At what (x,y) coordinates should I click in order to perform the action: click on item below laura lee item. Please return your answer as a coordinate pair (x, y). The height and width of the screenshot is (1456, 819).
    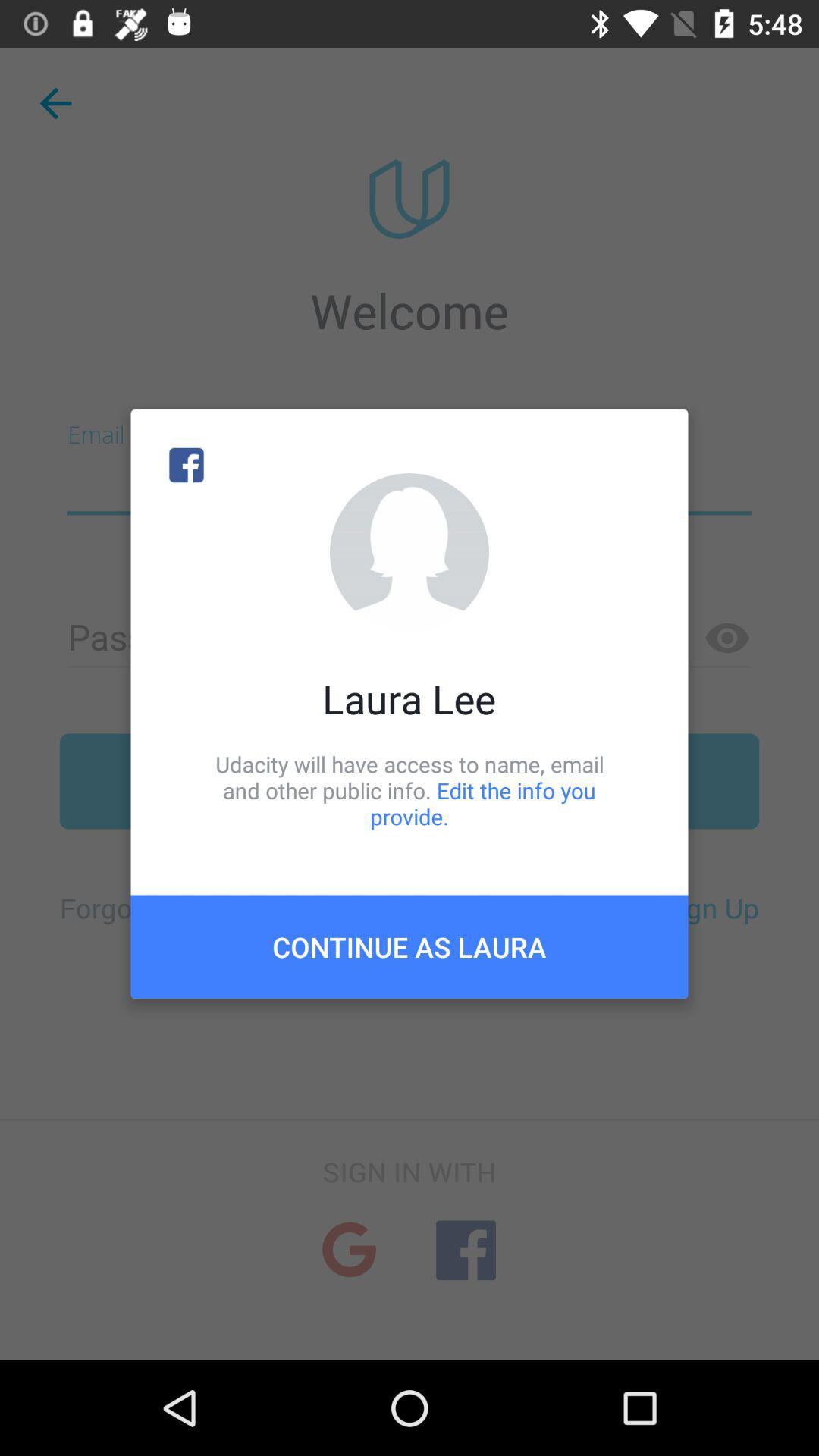
    Looking at the image, I should click on (409, 789).